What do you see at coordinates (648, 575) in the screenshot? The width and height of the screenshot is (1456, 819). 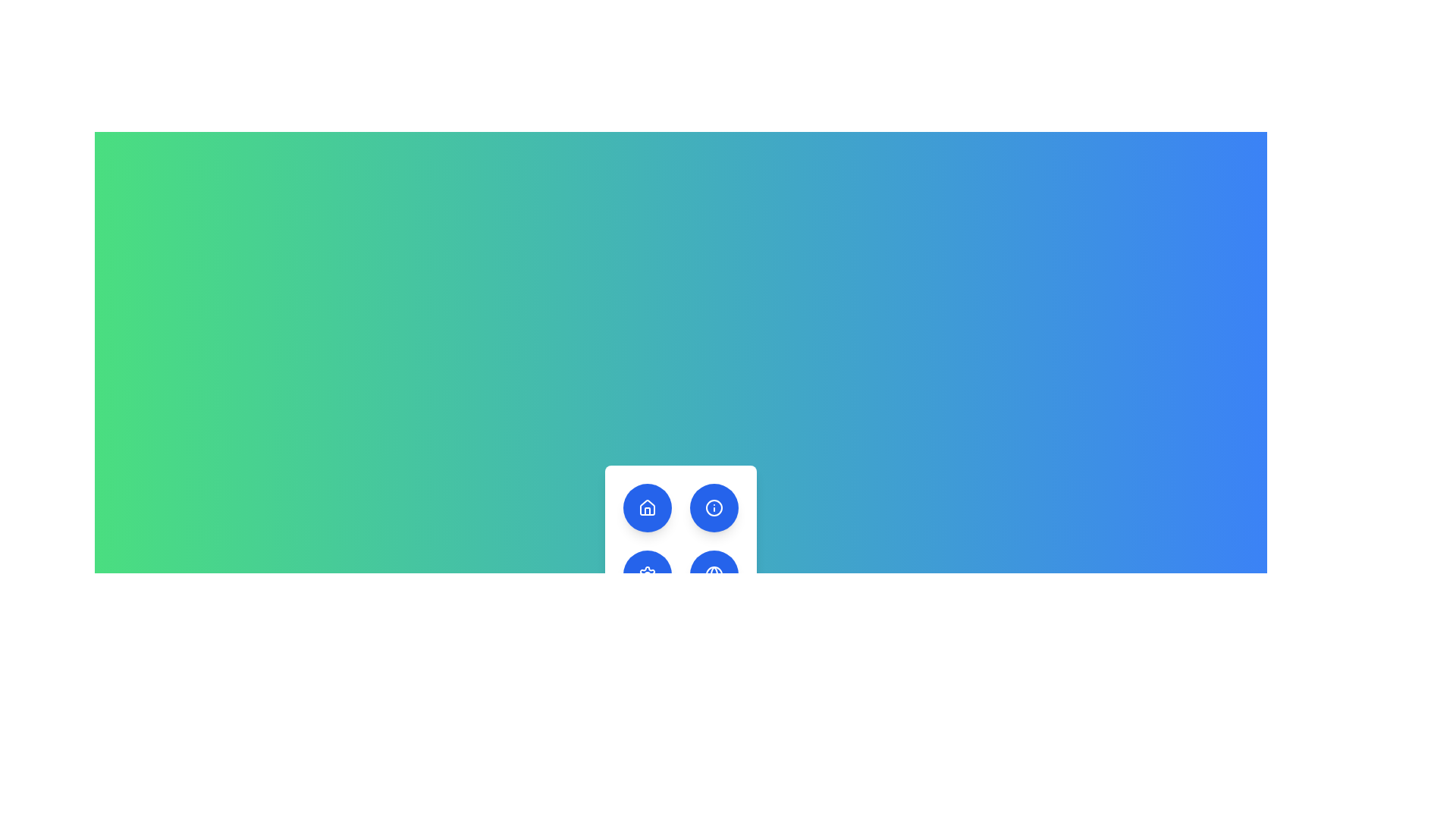 I see `the settings icon button located in the bottom row, first column of a grid of circular buttons for keyboard interaction` at bounding box center [648, 575].